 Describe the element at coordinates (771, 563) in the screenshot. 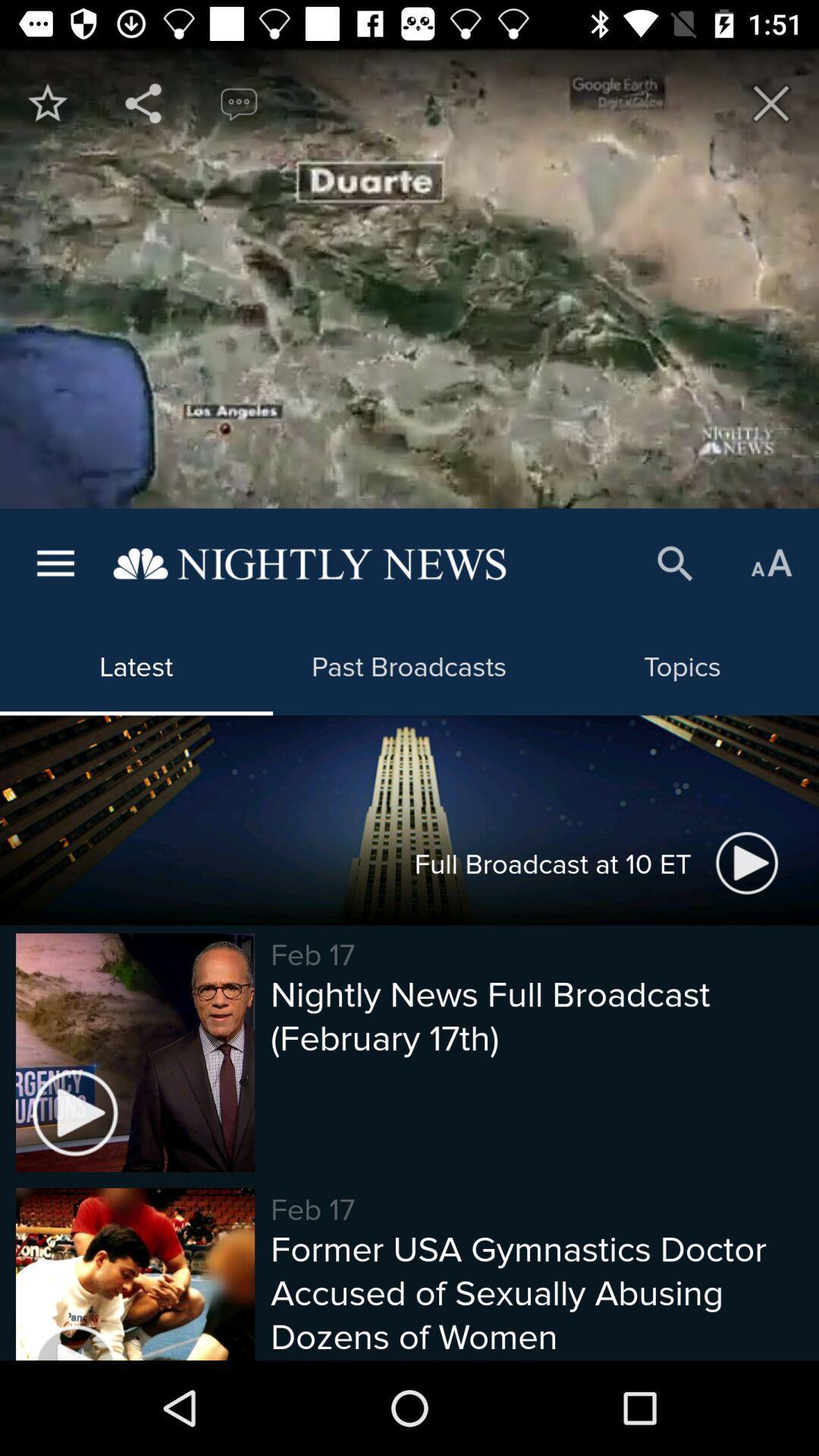

I see `item above topics` at that location.